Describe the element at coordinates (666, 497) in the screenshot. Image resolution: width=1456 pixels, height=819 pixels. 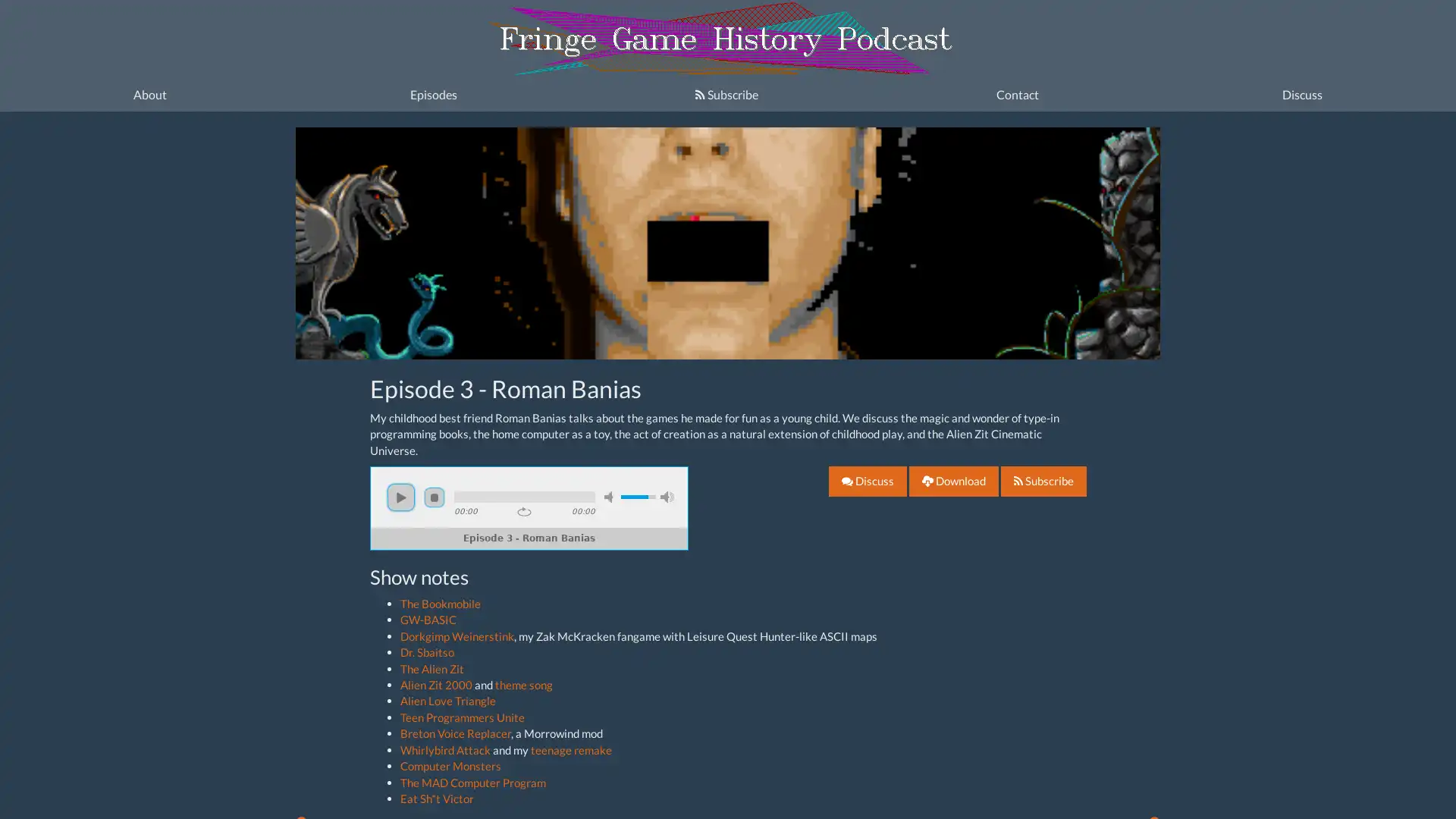
I see `max volume` at that location.